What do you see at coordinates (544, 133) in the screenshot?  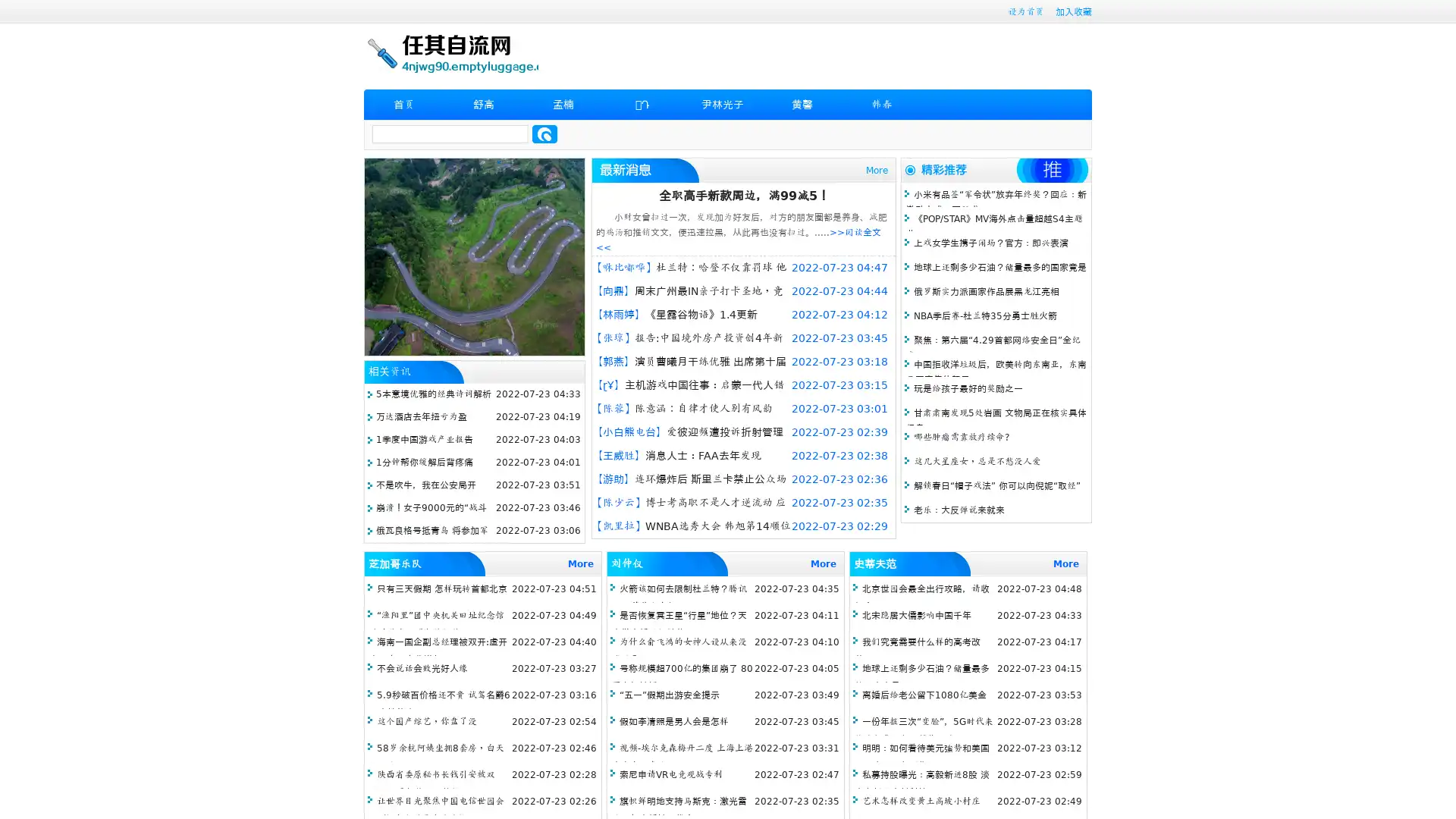 I see `Search` at bounding box center [544, 133].